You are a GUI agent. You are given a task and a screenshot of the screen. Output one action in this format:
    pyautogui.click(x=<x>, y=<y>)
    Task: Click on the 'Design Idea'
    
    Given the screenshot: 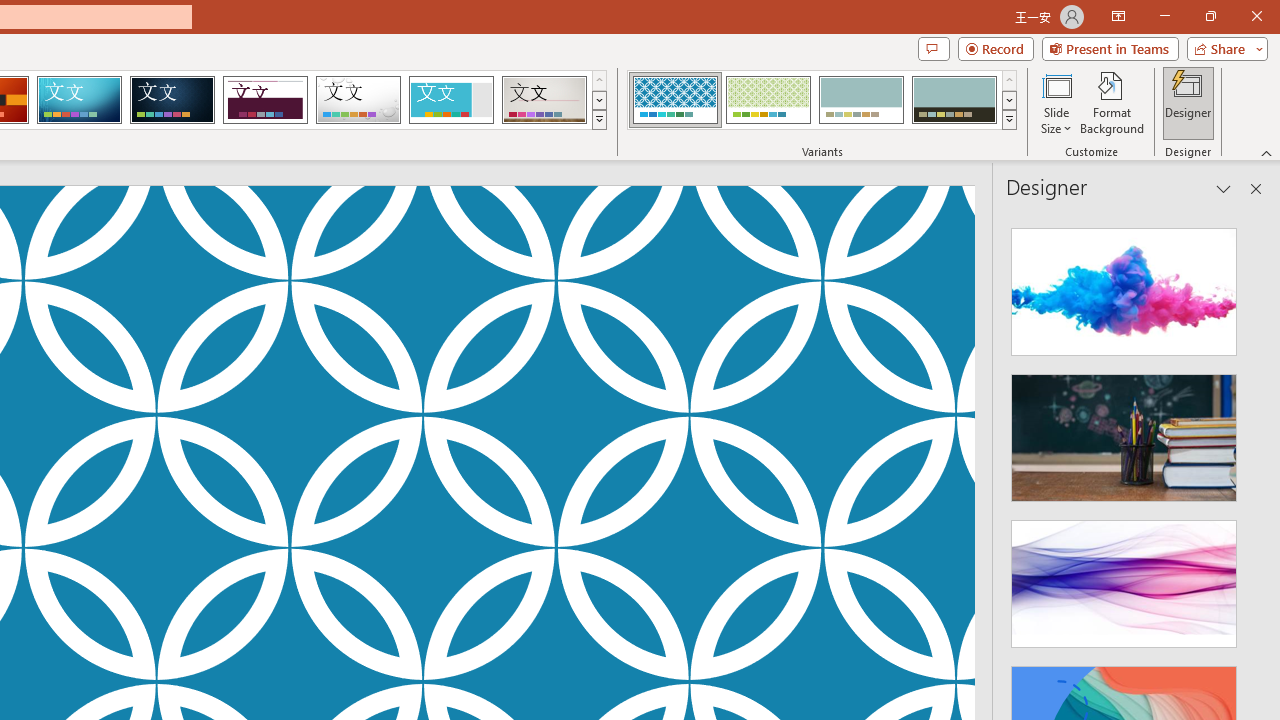 What is the action you would take?
    pyautogui.click(x=1124, y=577)
    